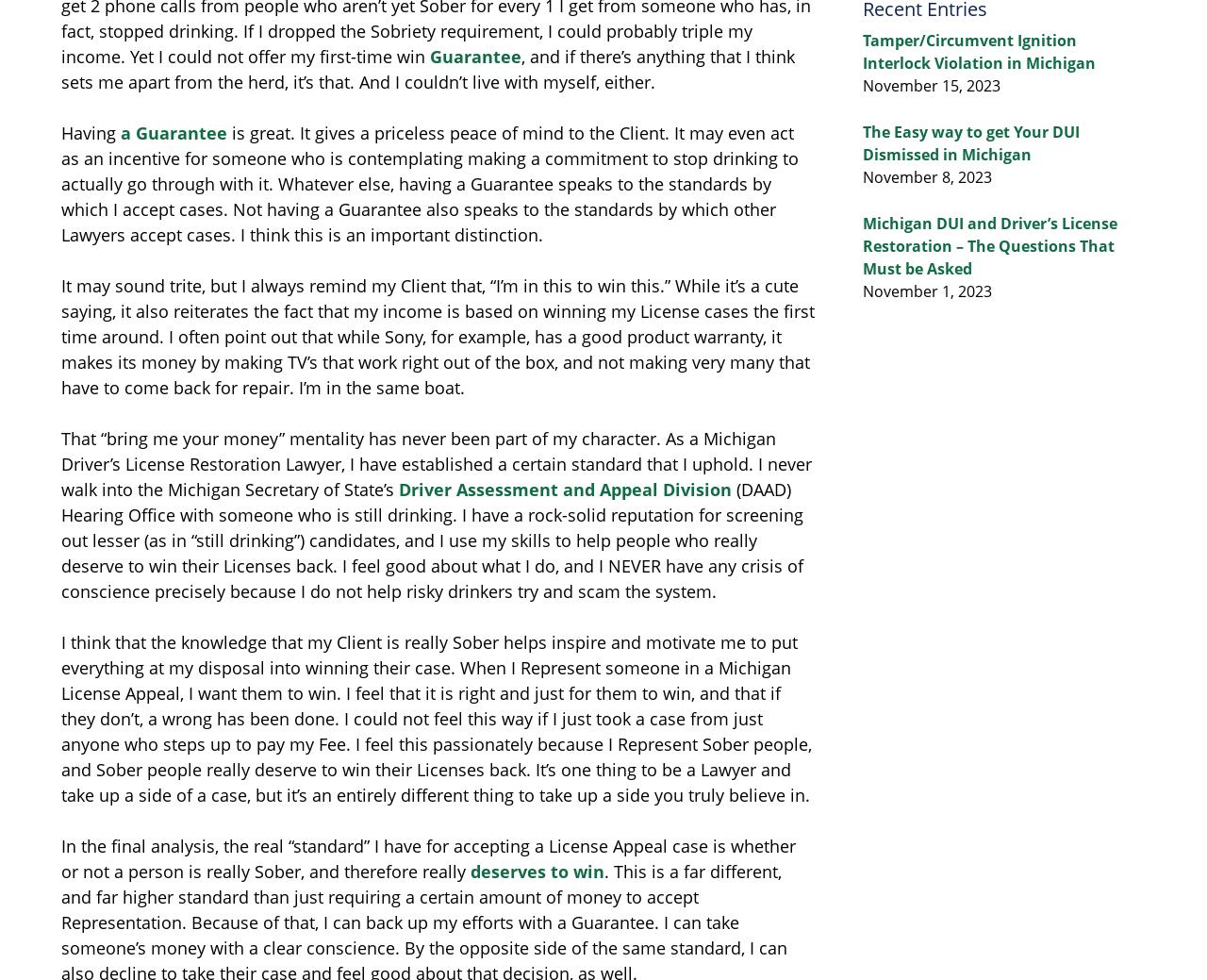 Image resolution: width=1207 pixels, height=980 pixels. What do you see at coordinates (427, 858) in the screenshot?
I see `'In the final analysis, the real “standard” I have for accepting a License Appeal case is whether or not a person is really Sober, and therefore really'` at bounding box center [427, 858].